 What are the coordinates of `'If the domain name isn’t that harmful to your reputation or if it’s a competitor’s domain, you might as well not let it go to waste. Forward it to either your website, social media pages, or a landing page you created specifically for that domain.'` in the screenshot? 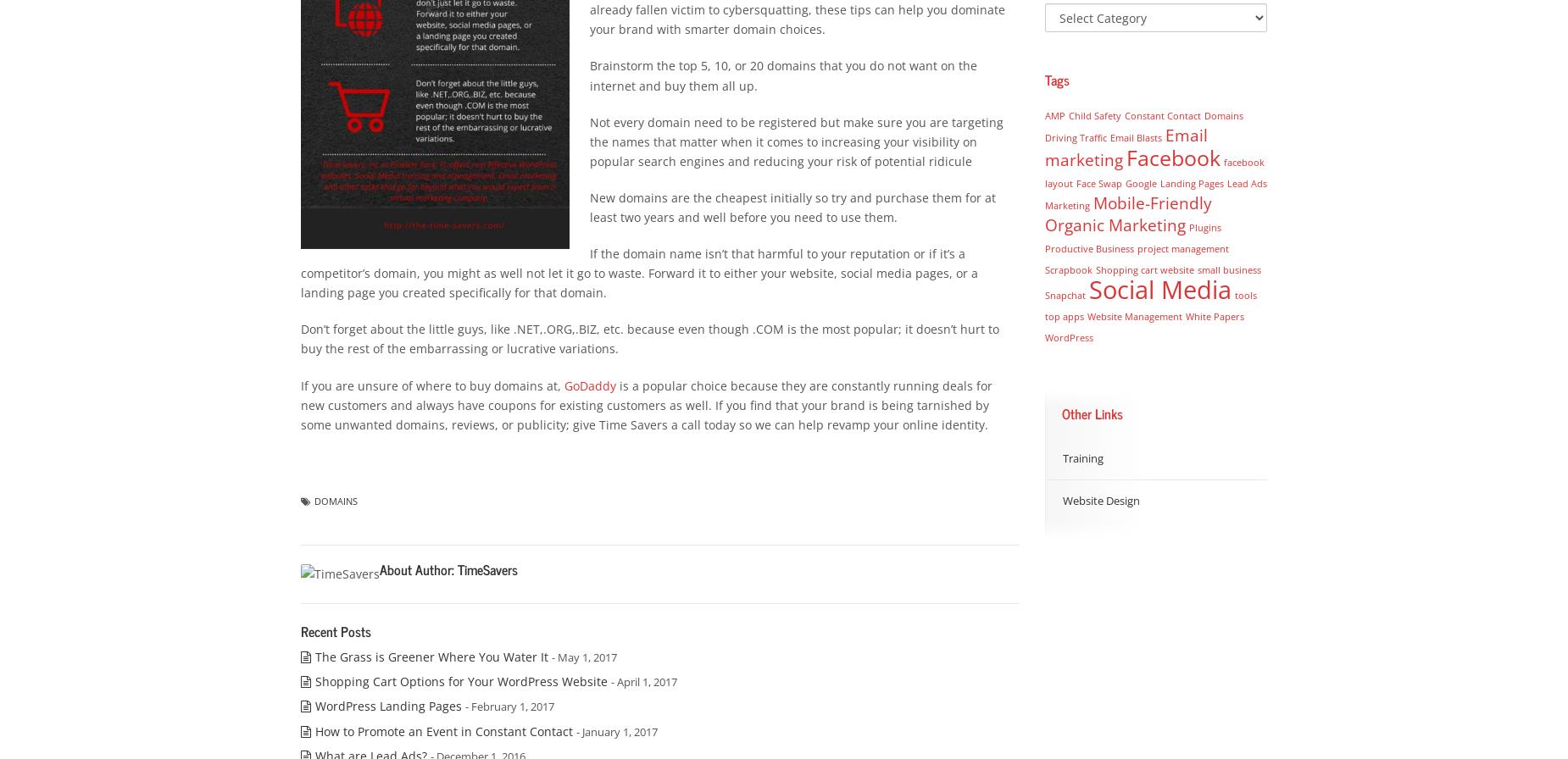 It's located at (639, 273).